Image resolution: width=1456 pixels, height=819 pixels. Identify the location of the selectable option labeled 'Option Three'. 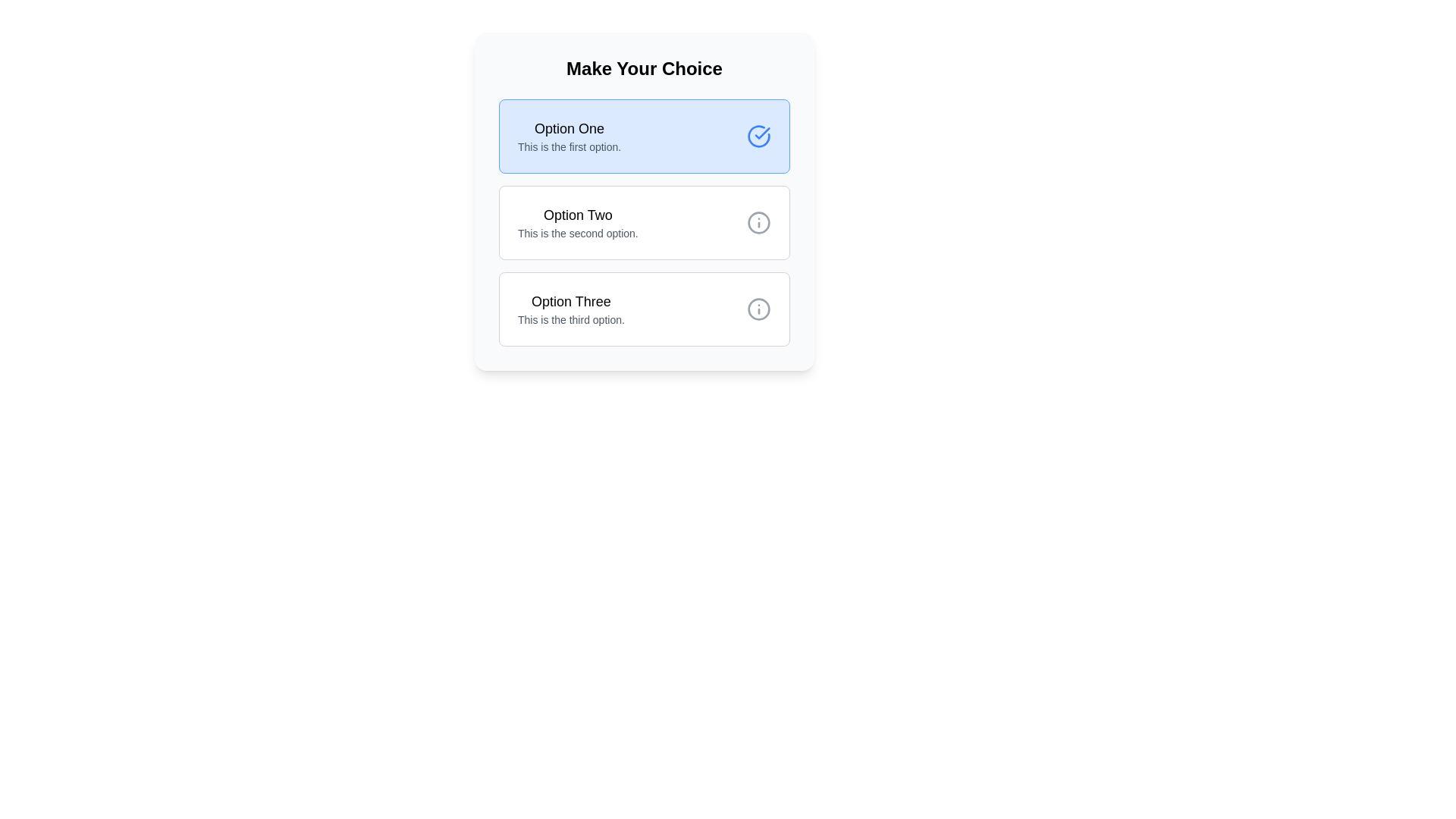
(570, 309).